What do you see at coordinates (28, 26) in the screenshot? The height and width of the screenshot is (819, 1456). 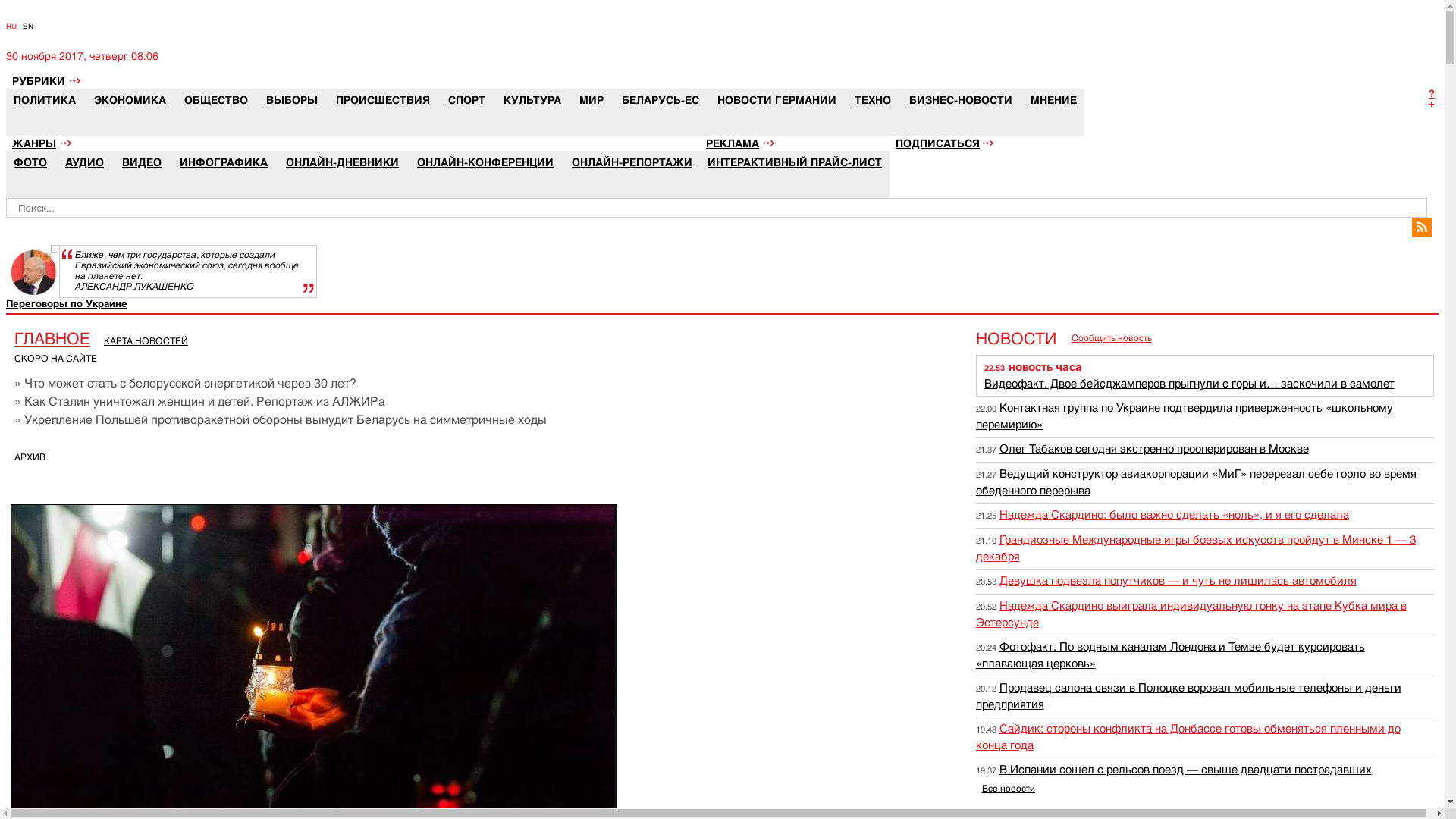 I see `'EN'` at bounding box center [28, 26].